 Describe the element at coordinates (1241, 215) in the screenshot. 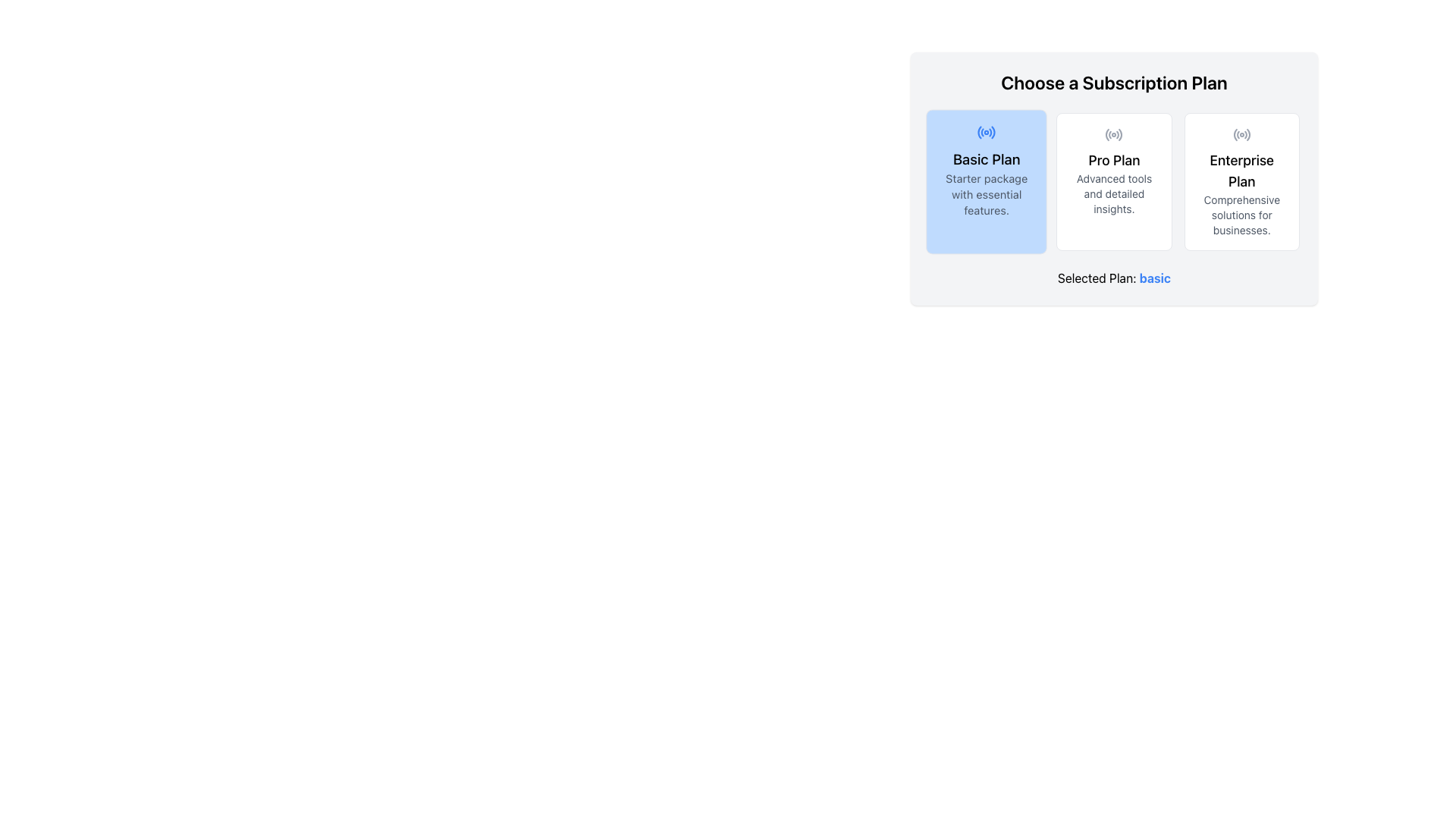

I see `clarification text label located beneath the 'Enterprise Plan' heading in the rightmost subscription option` at that location.